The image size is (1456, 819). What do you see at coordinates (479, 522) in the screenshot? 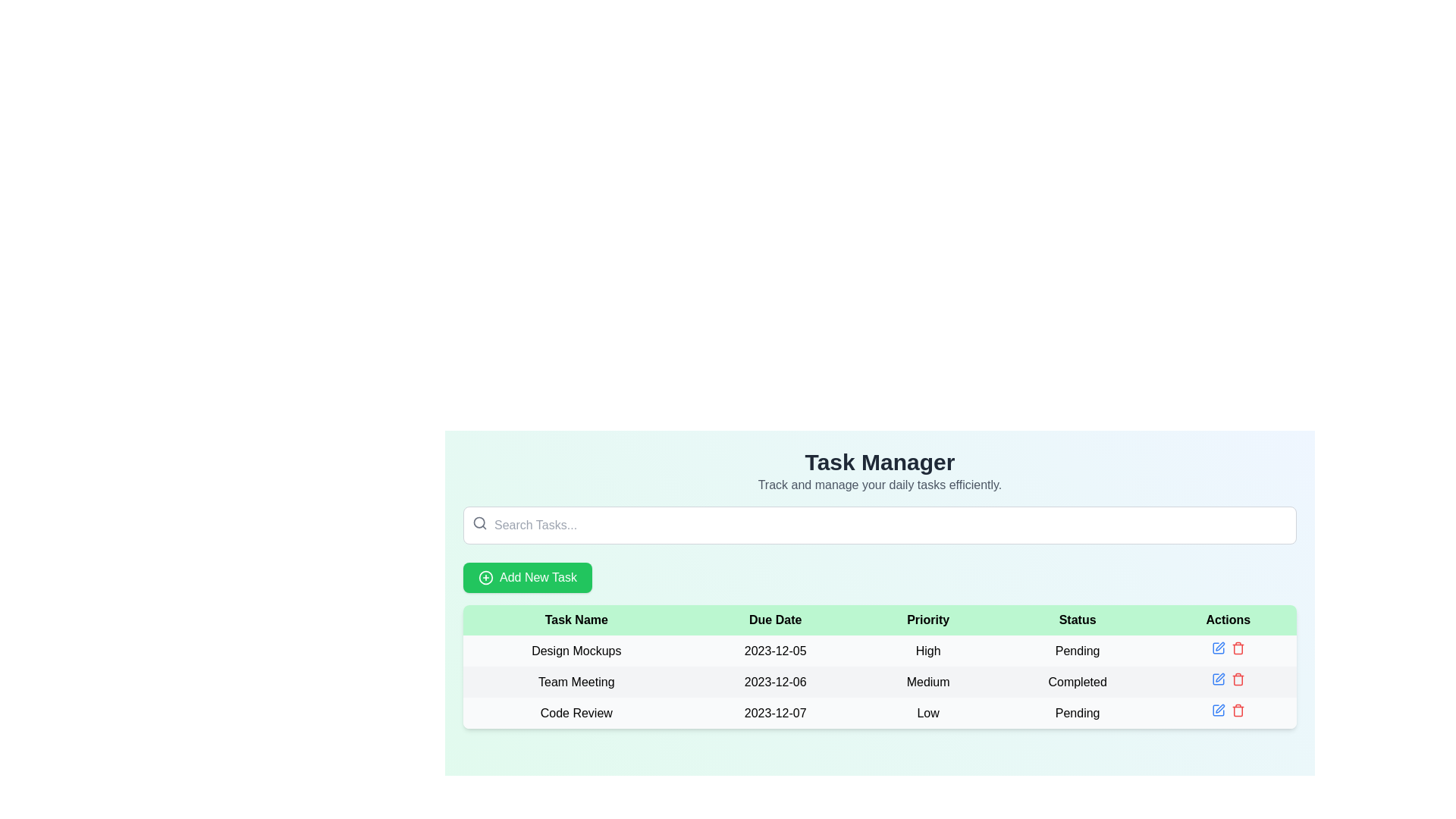
I see `the gray magnifying glass icon, which is located in the top left corner of the 'Search Tasks...' input field` at bounding box center [479, 522].